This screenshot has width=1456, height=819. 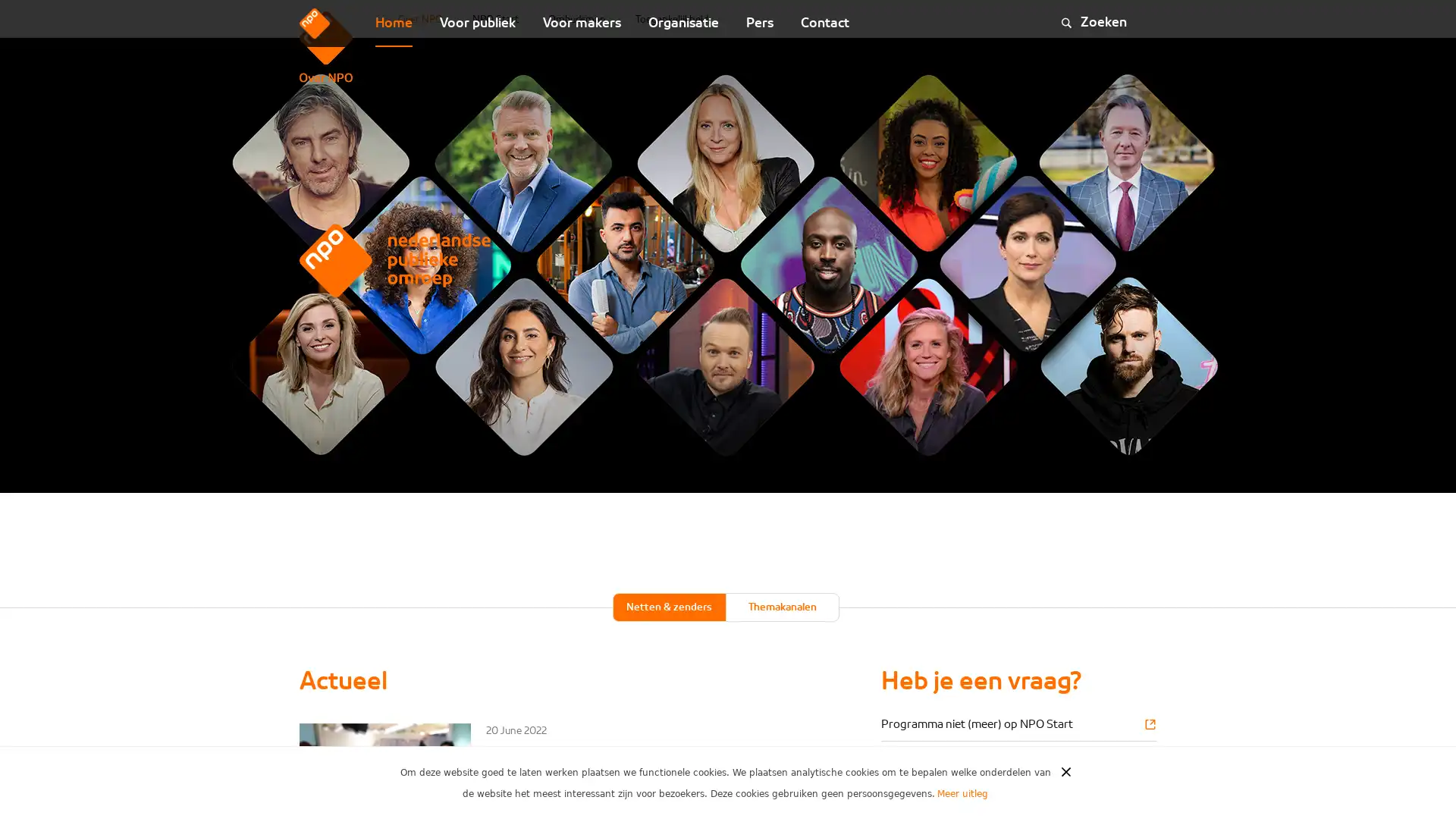 I want to click on Themakanalen, so click(x=782, y=607).